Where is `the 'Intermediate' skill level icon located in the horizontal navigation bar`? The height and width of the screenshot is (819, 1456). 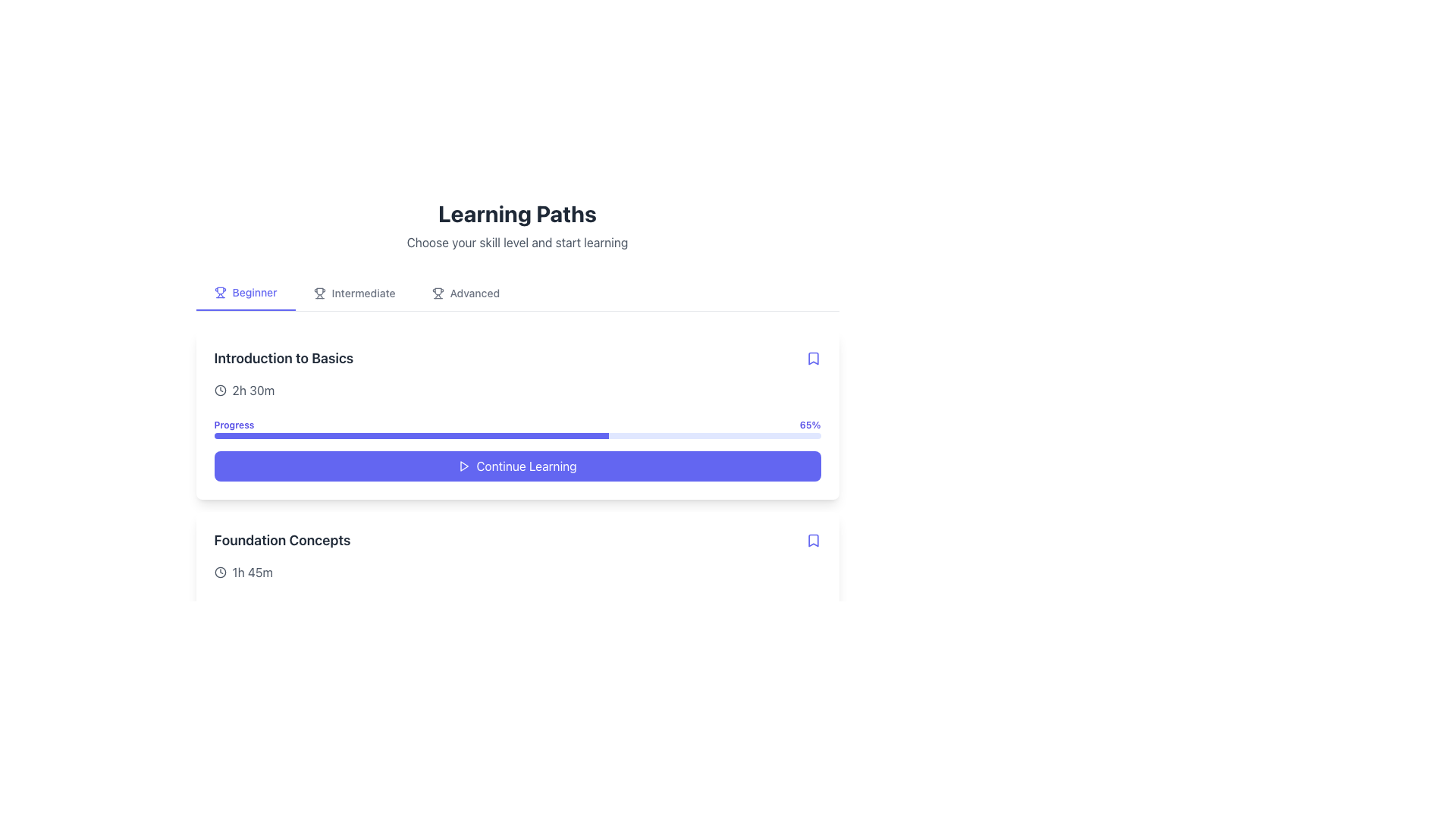 the 'Intermediate' skill level icon located in the horizontal navigation bar is located at coordinates (318, 293).